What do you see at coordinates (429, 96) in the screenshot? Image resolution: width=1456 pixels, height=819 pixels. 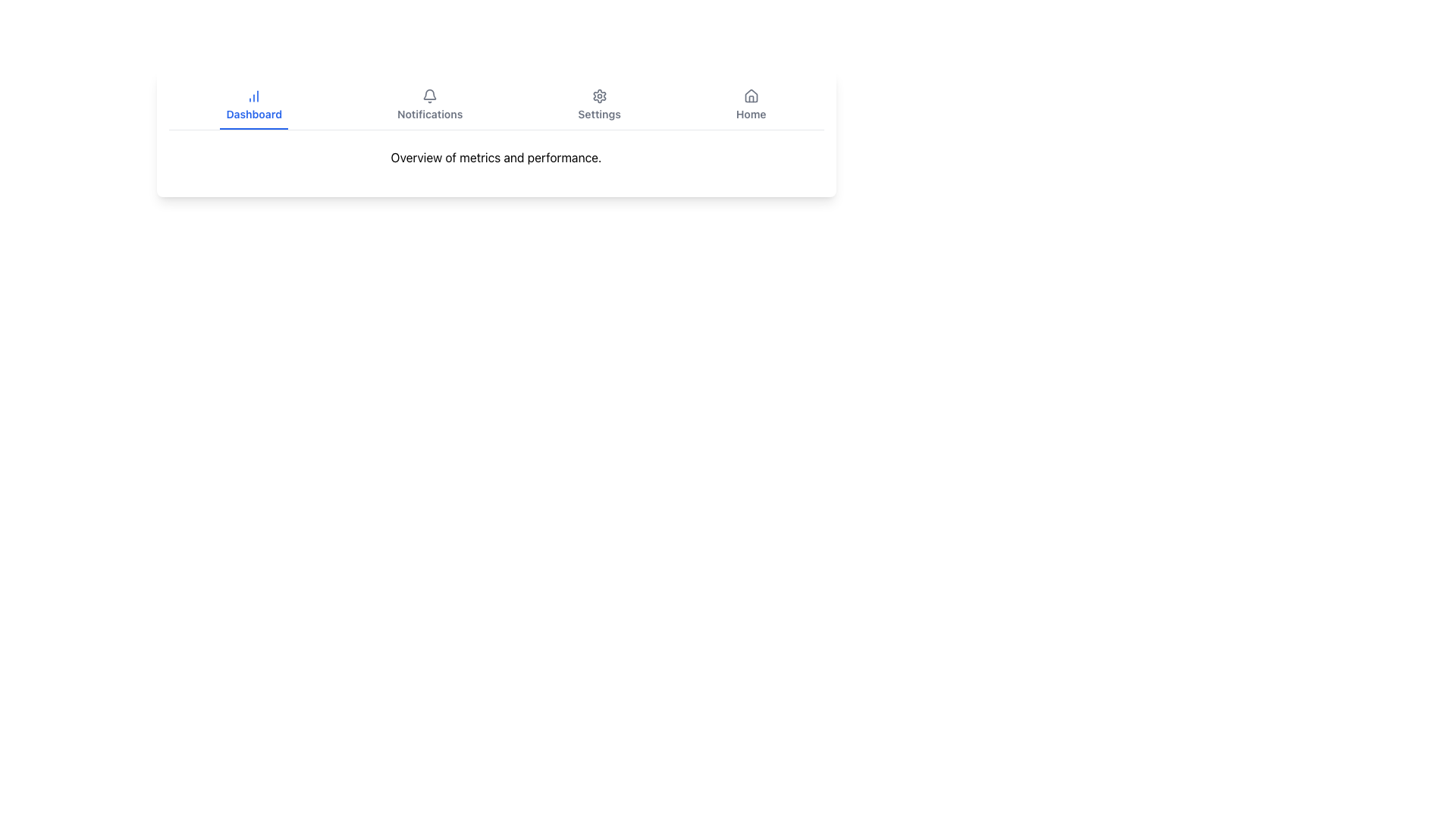 I see `the gray bell-shaped icon in the Notifications section` at bounding box center [429, 96].